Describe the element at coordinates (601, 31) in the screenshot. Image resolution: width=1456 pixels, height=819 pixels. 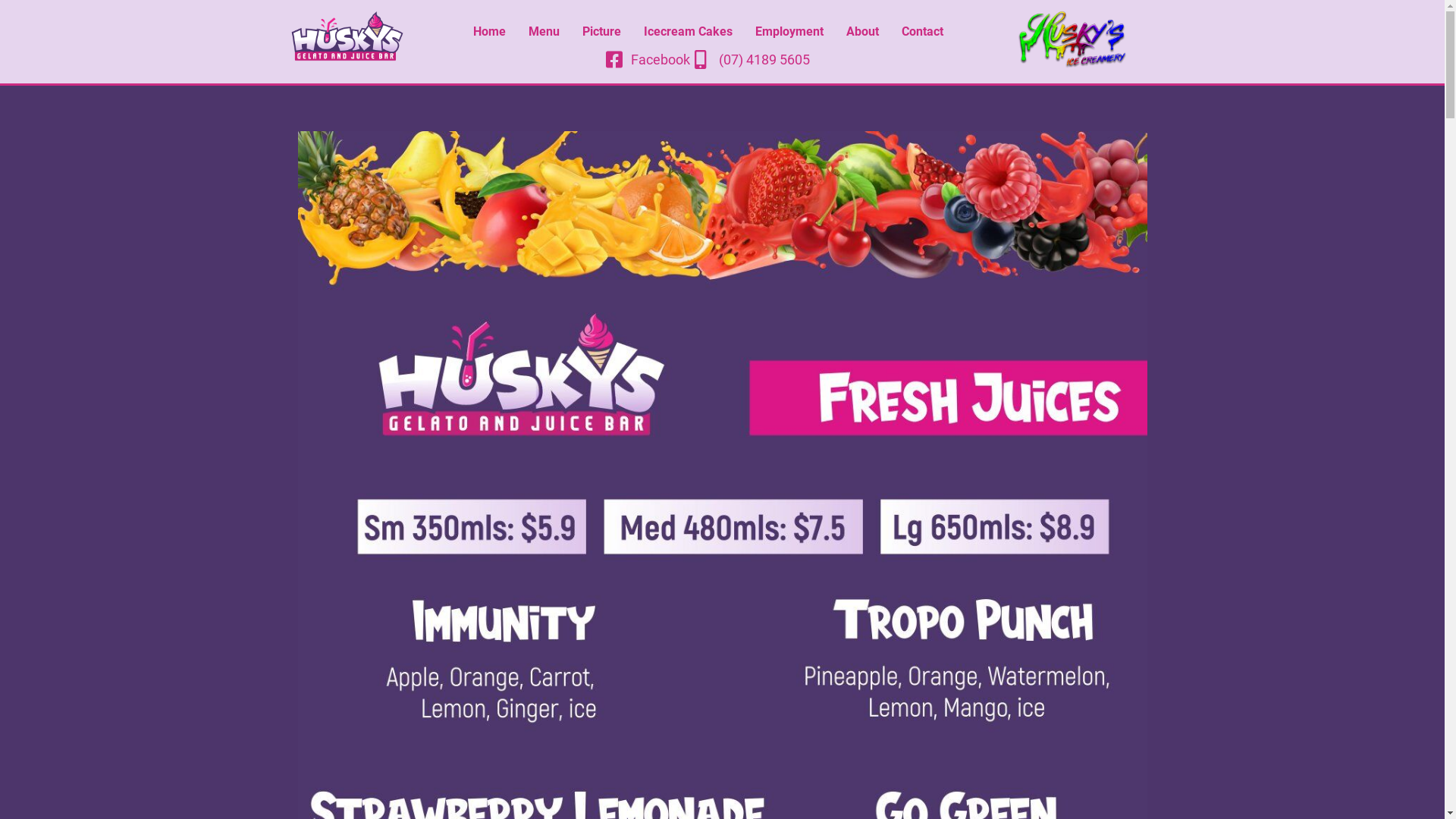
I see `'Picture'` at that location.